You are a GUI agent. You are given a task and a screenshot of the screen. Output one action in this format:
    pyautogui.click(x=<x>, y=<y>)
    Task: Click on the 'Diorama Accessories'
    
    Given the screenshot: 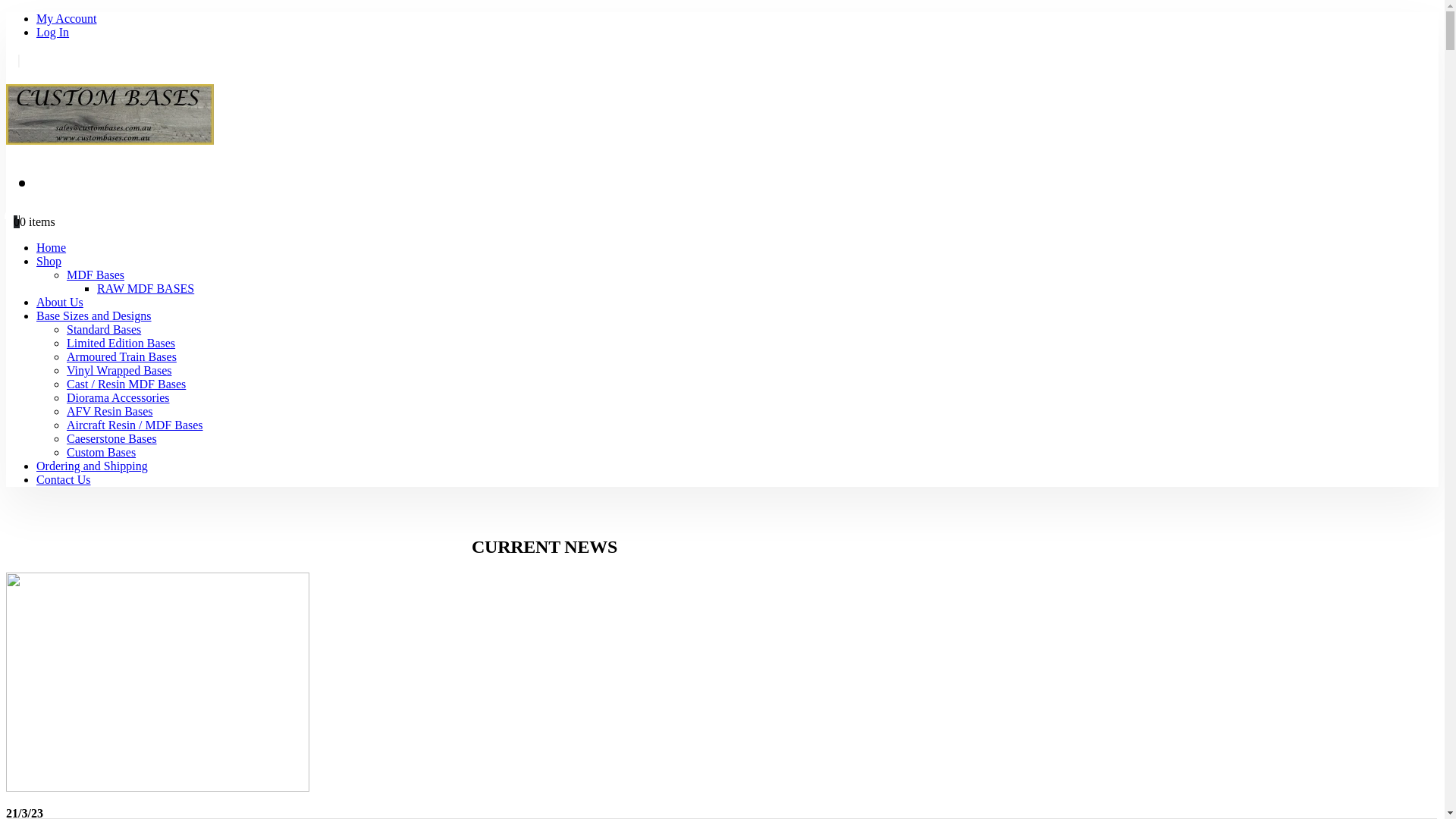 What is the action you would take?
    pyautogui.click(x=65, y=397)
    